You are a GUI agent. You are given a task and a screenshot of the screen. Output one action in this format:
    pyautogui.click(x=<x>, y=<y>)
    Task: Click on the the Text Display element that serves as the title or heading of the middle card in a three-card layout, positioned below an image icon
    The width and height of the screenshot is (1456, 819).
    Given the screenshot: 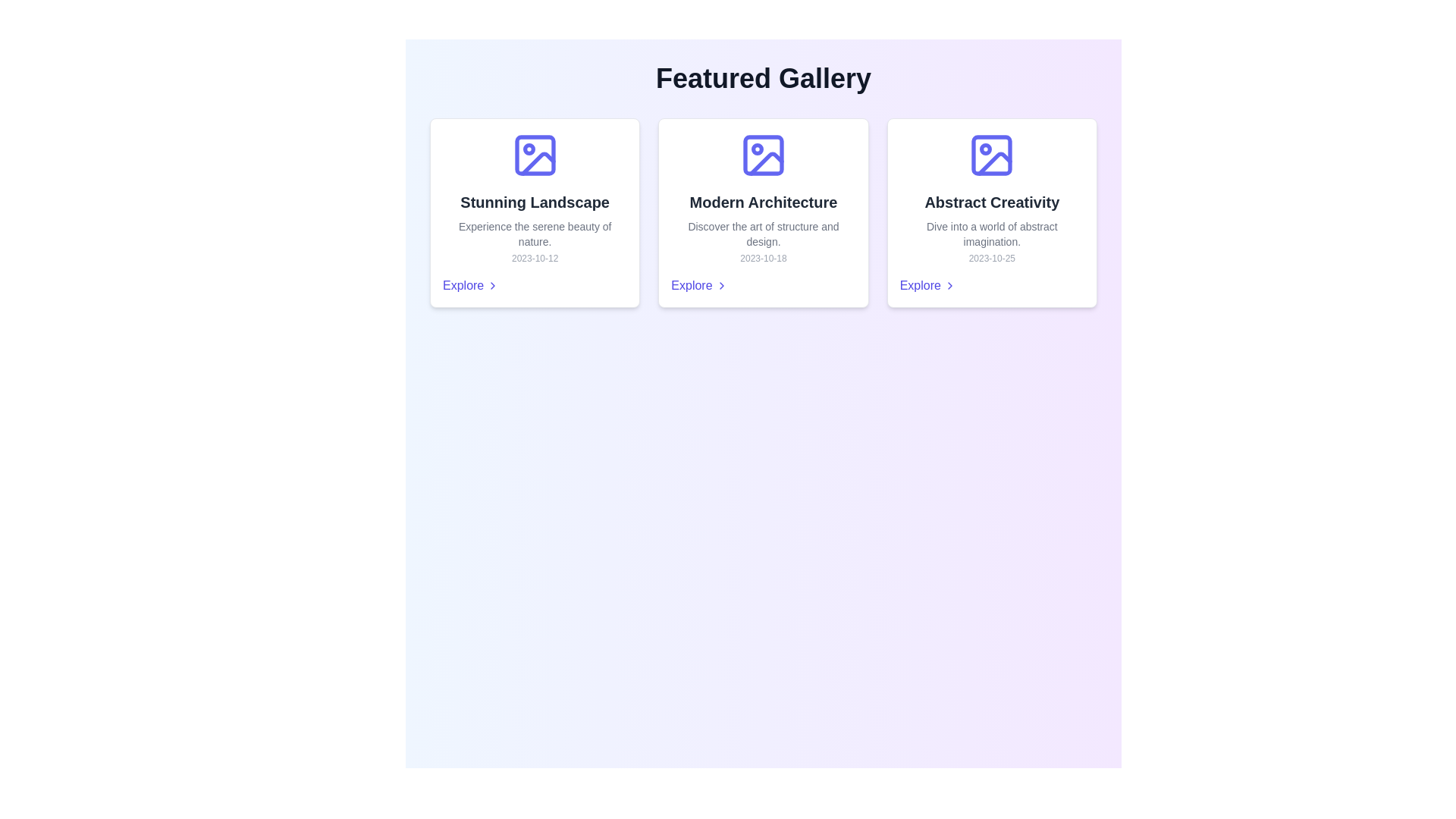 What is the action you would take?
    pyautogui.click(x=764, y=201)
    